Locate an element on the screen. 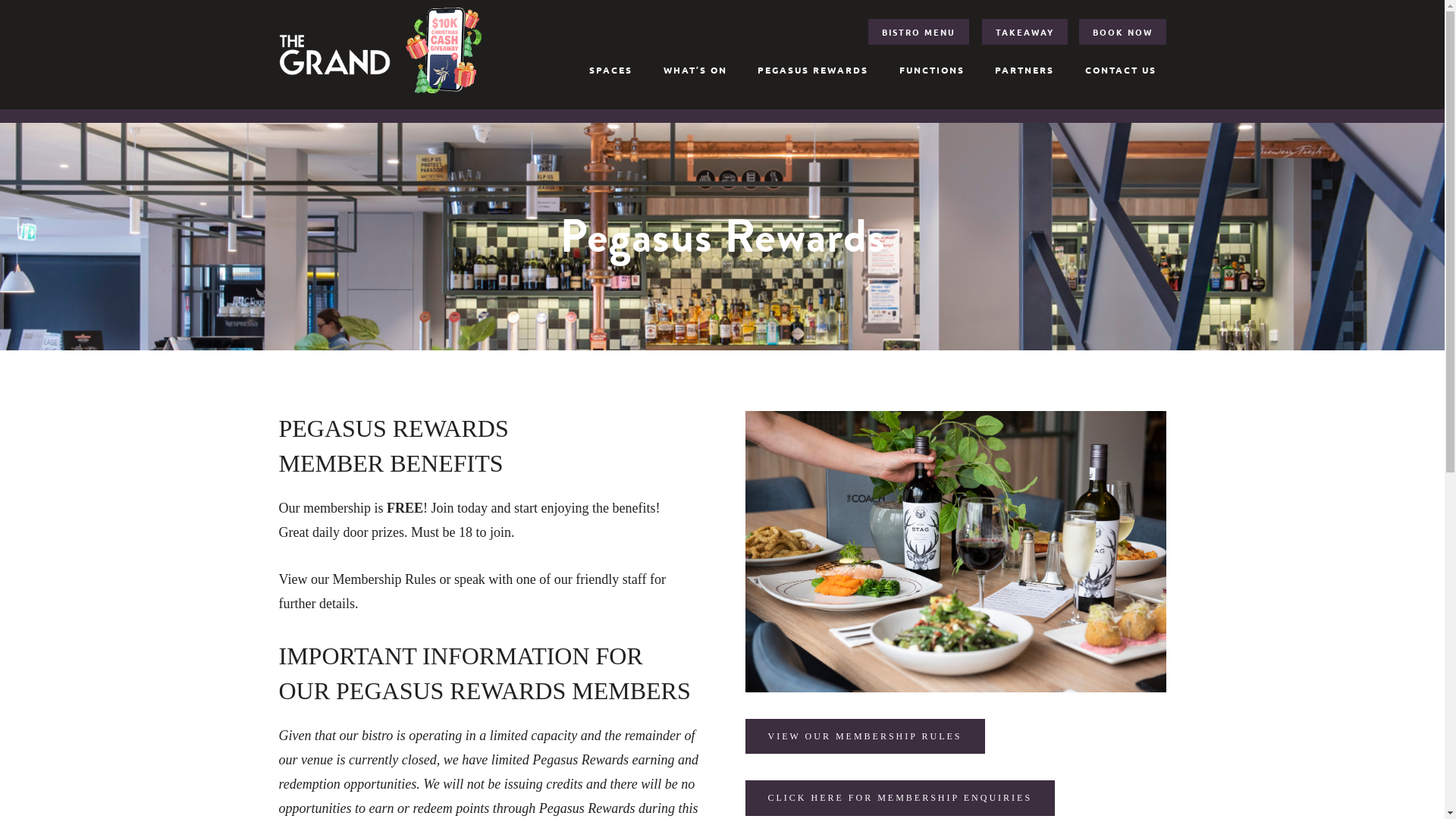 The width and height of the screenshot is (1456, 819). 'SPACES' is located at coordinates (610, 70).